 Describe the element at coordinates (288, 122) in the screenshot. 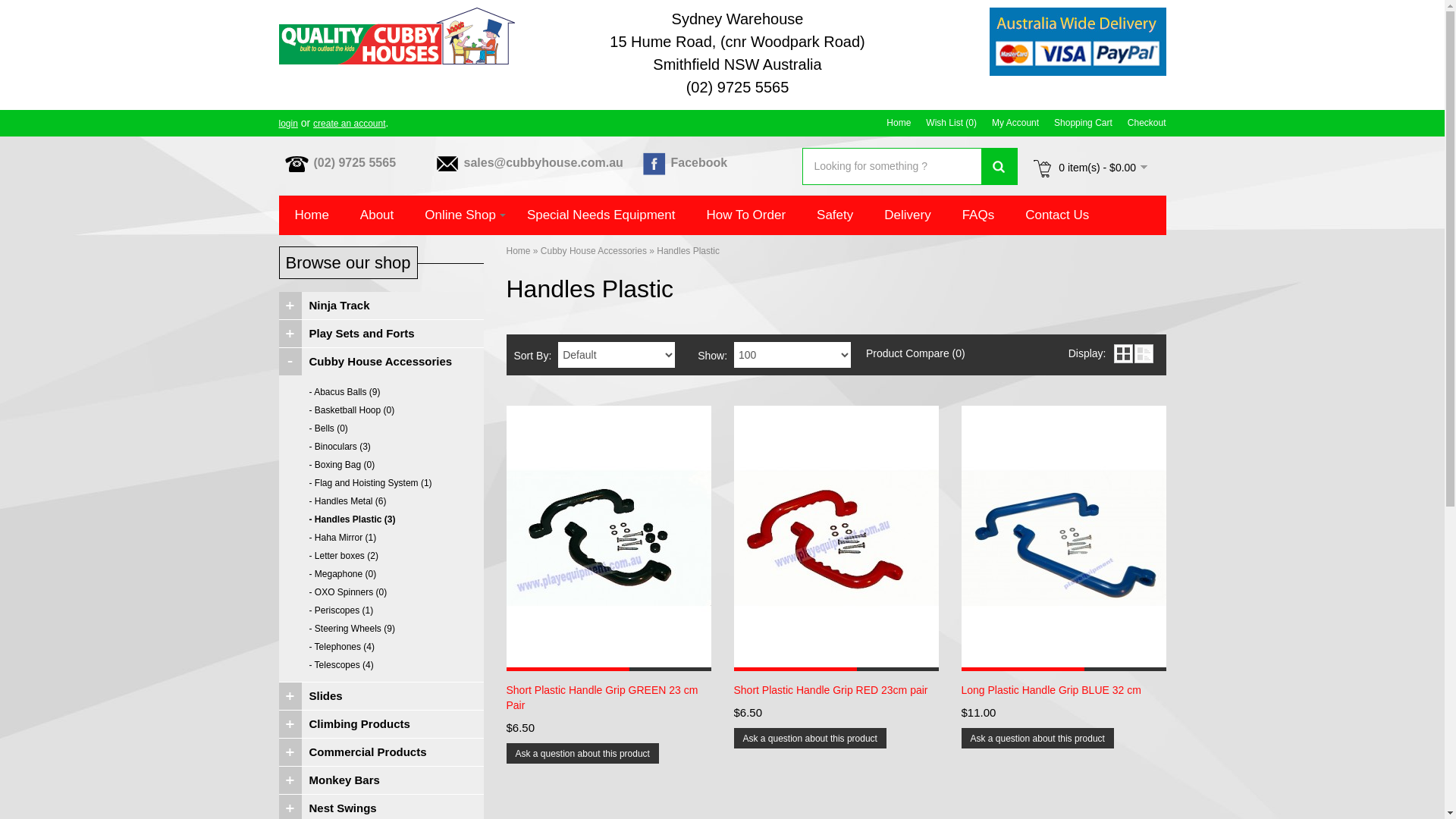

I see `'login'` at that location.